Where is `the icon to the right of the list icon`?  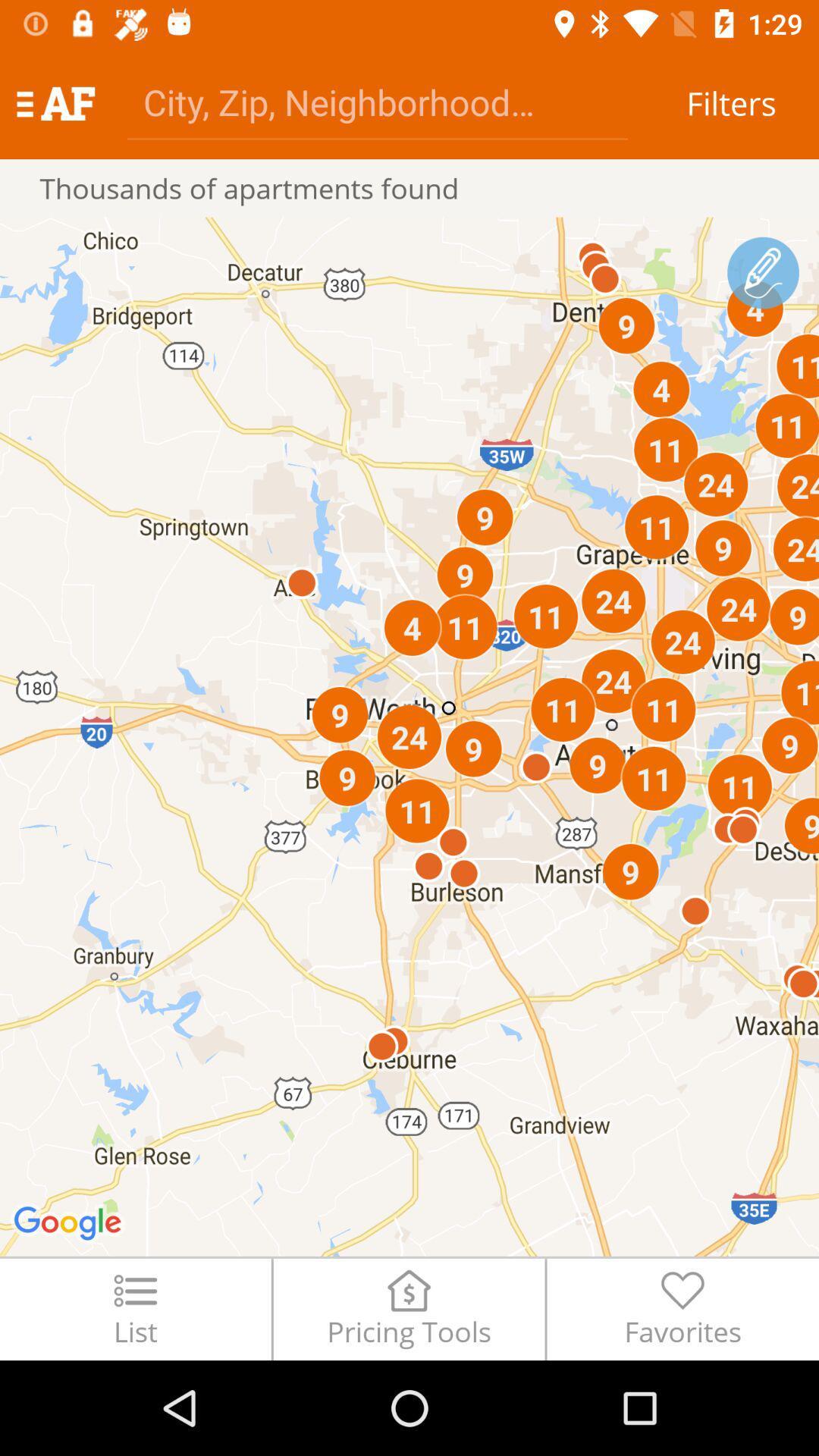
the icon to the right of the list icon is located at coordinates (408, 1308).